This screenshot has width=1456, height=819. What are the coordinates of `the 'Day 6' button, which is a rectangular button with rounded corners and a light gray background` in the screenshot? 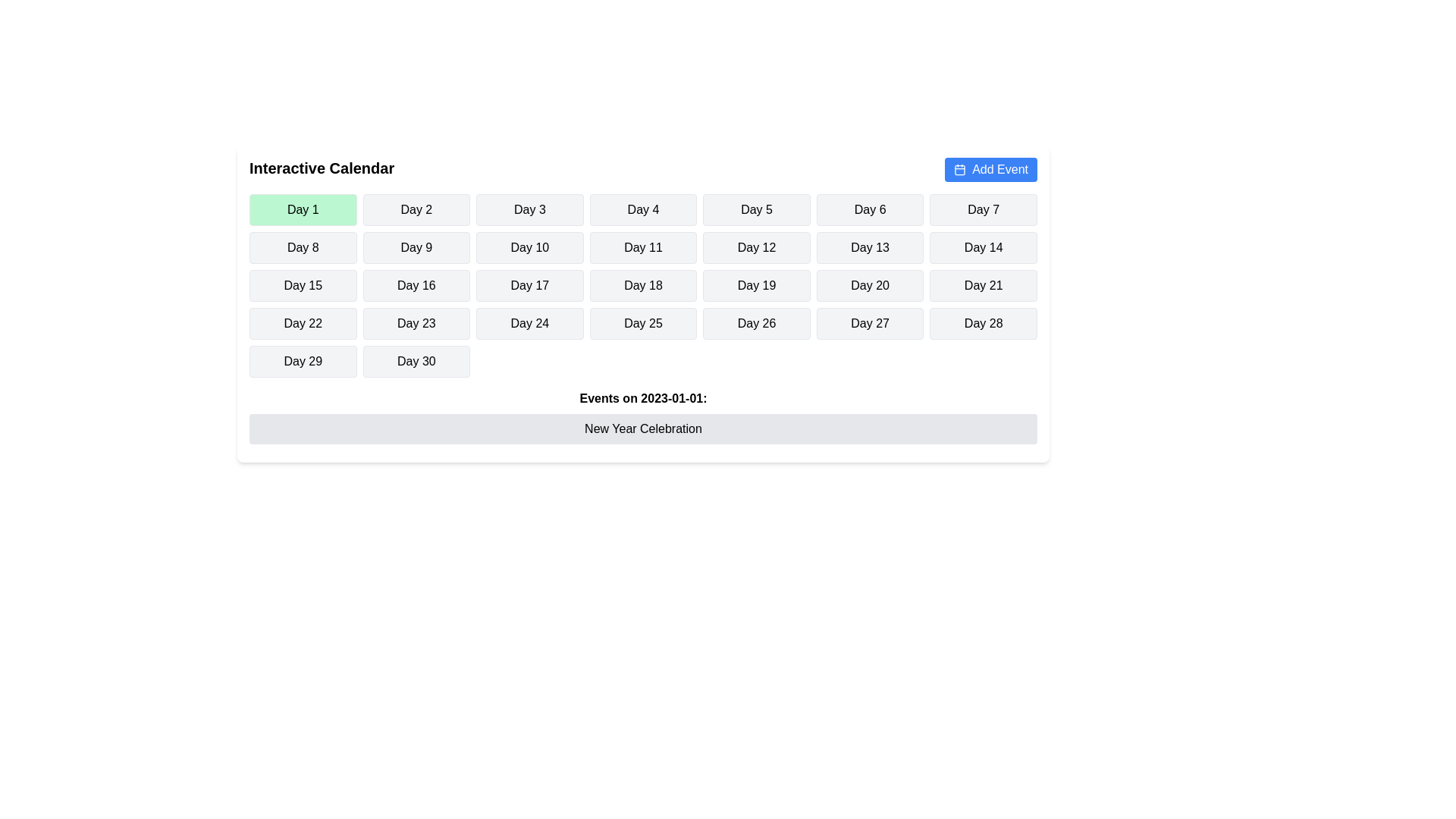 It's located at (870, 210).